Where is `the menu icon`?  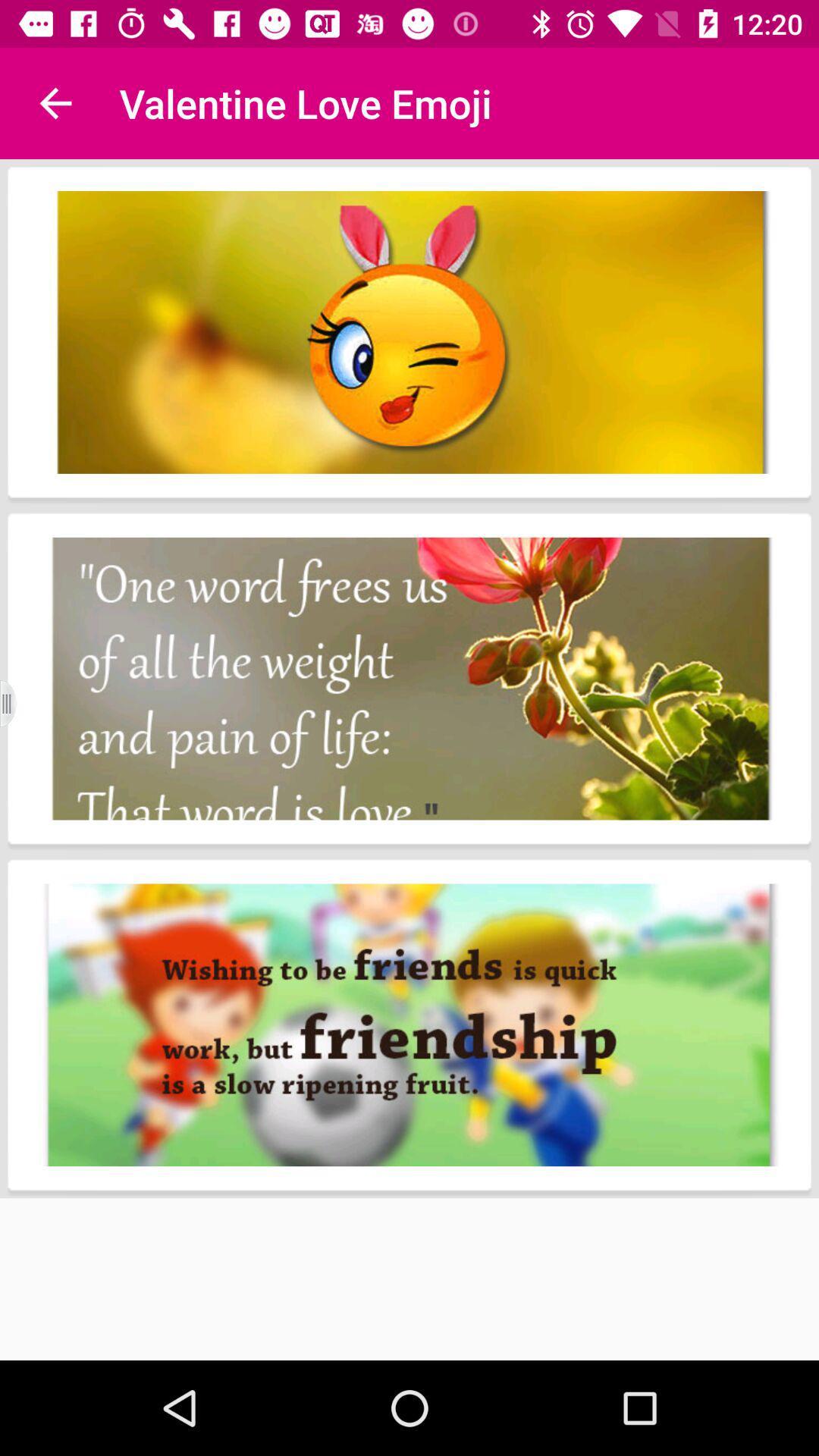
the menu icon is located at coordinates (17, 703).